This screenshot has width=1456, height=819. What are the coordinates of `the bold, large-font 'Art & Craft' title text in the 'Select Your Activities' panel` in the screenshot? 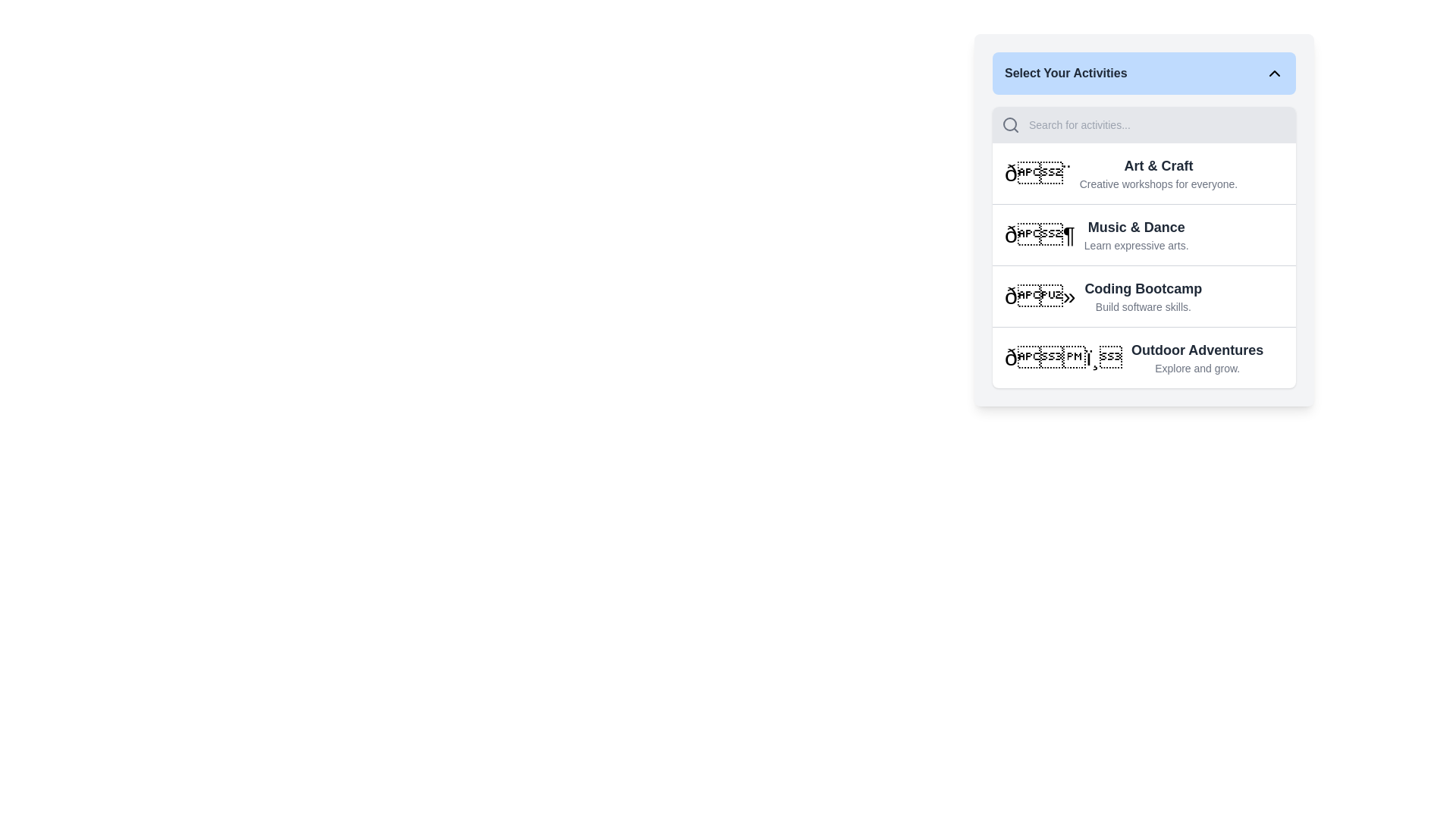 It's located at (1157, 166).